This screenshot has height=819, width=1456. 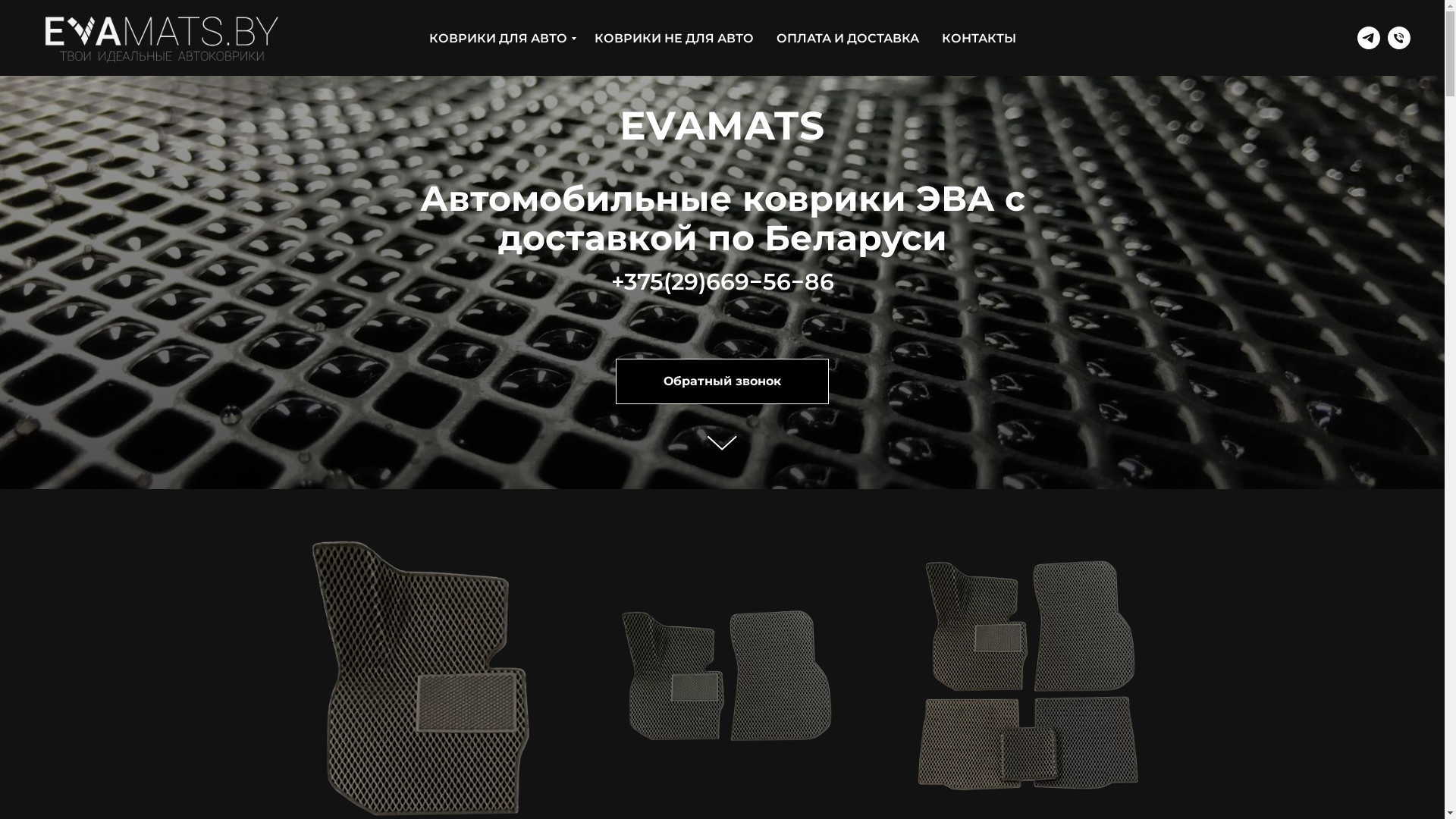 I want to click on 'Telegram', so click(x=1357, y=37).